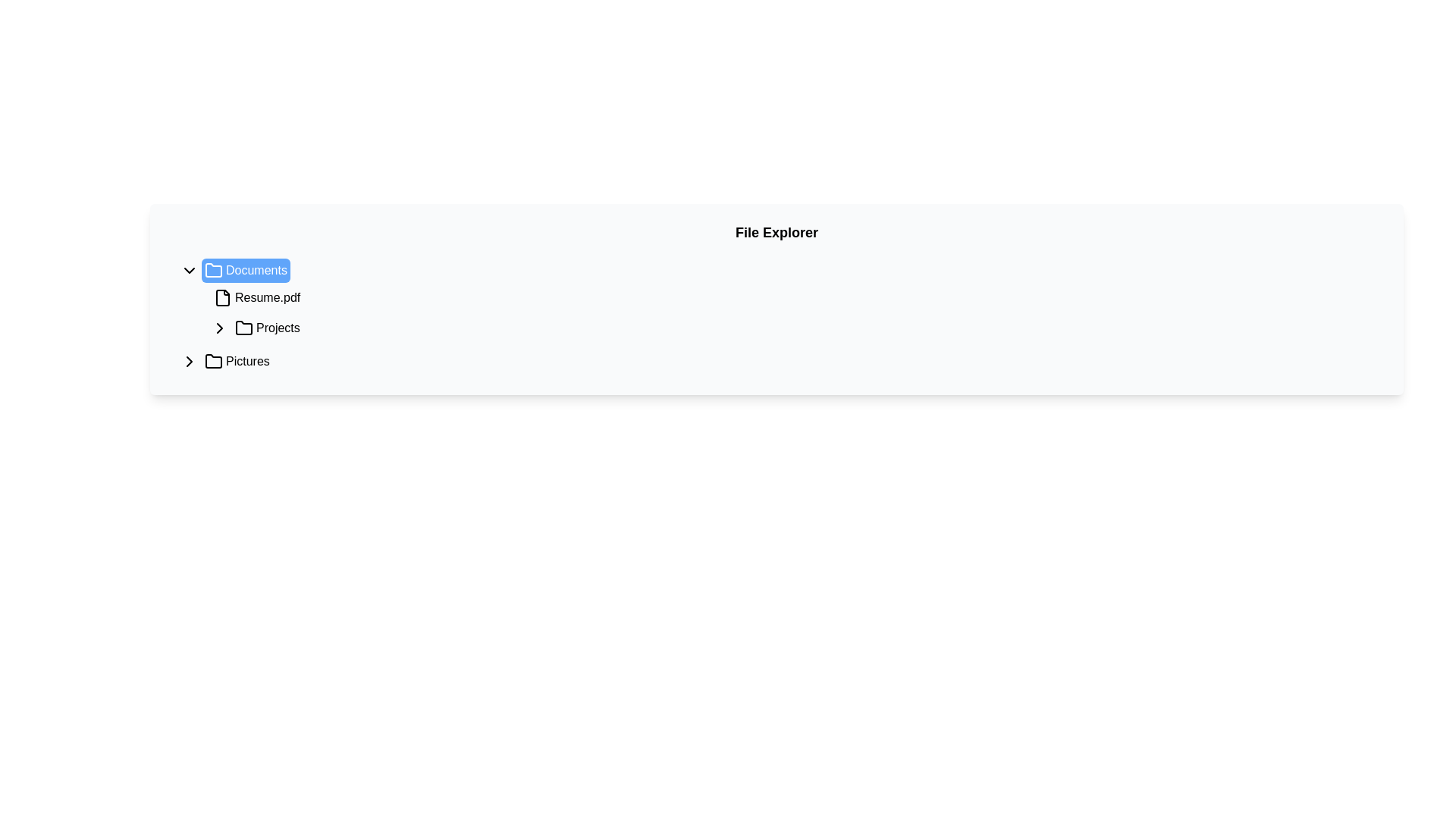 Image resolution: width=1456 pixels, height=819 pixels. I want to click on the list item representing the file entry 'Resume.pdf', so click(257, 298).